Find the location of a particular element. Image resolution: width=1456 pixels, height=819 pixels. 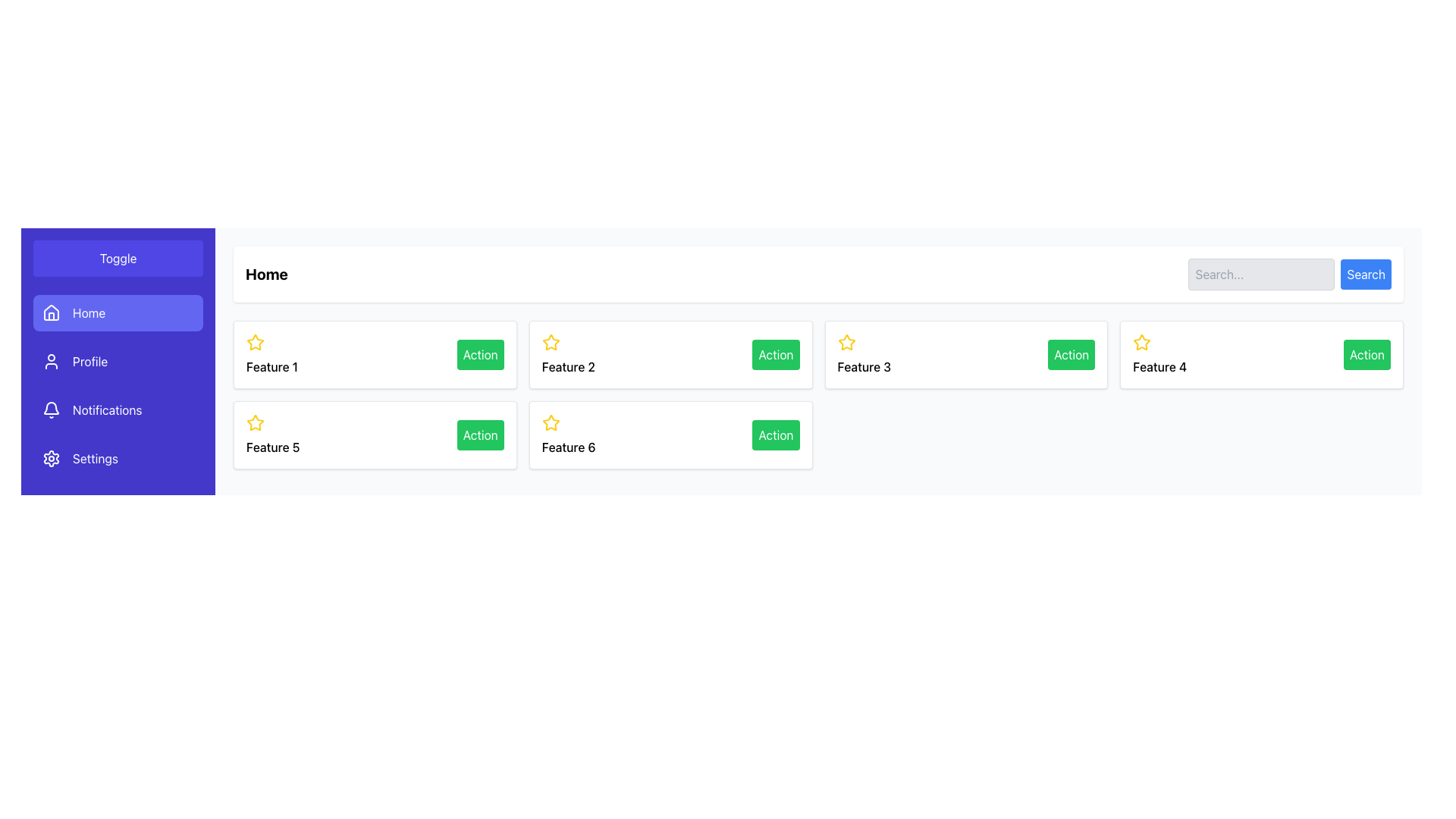

the text label that identifies 'Feature 4' in the grid layout, located at the fourth position is located at coordinates (1159, 366).